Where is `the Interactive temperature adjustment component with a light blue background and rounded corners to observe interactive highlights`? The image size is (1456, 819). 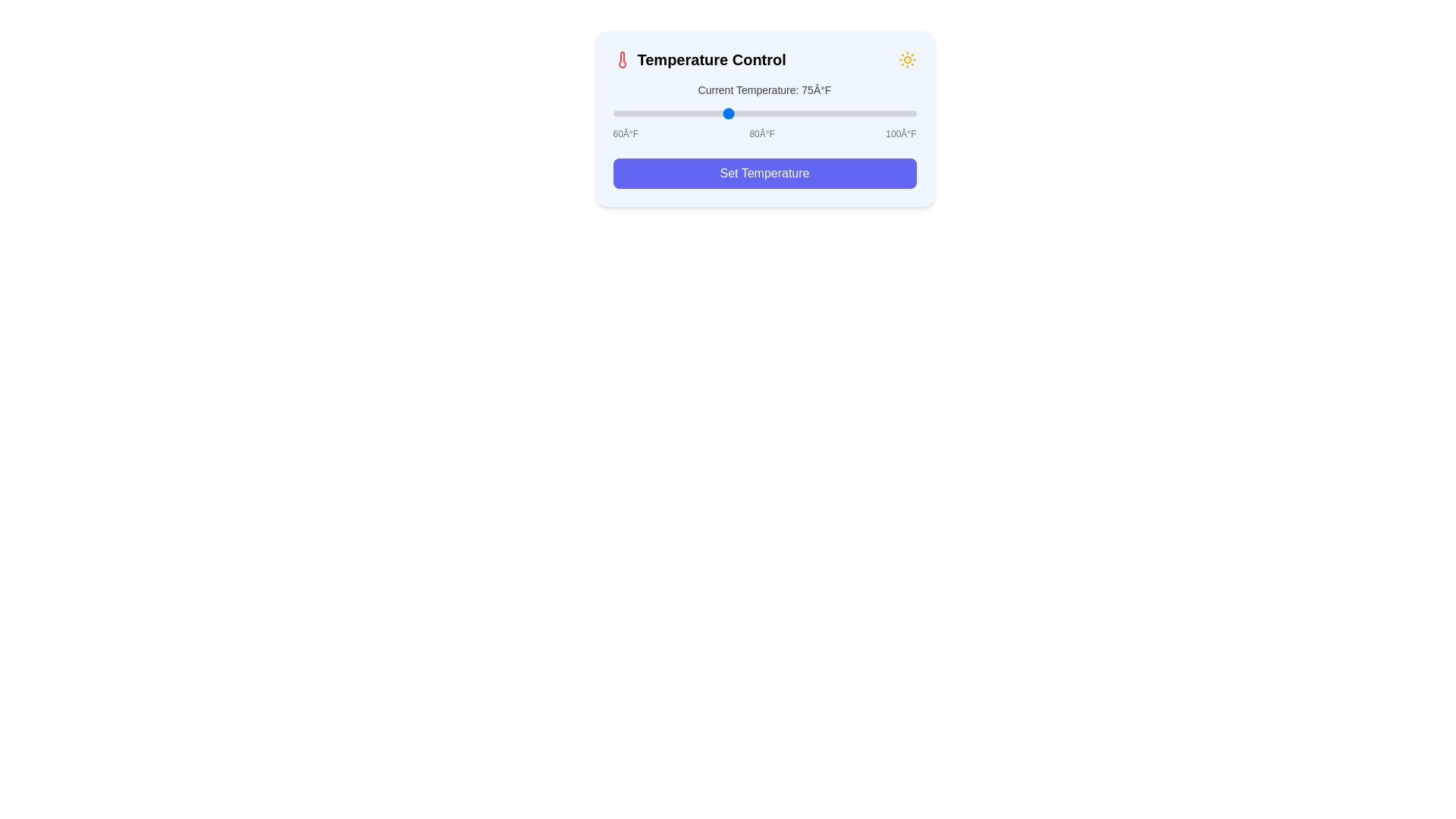 the Interactive temperature adjustment component with a light blue background and rounded corners to observe interactive highlights is located at coordinates (764, 118).